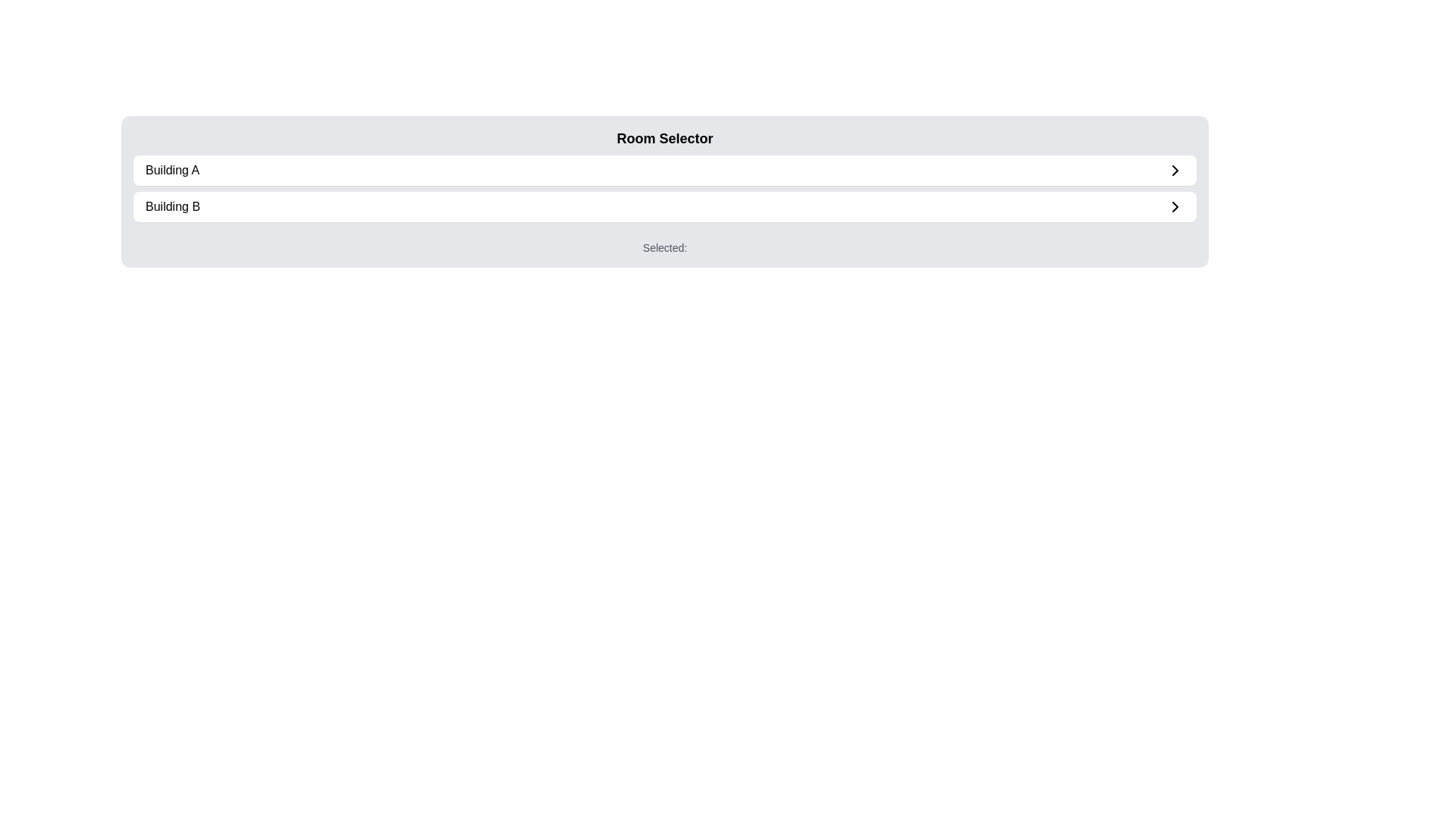  I want to click on the chevron-right arrow icon located at the far right of the 'Building A' row, so click(1175, 170).